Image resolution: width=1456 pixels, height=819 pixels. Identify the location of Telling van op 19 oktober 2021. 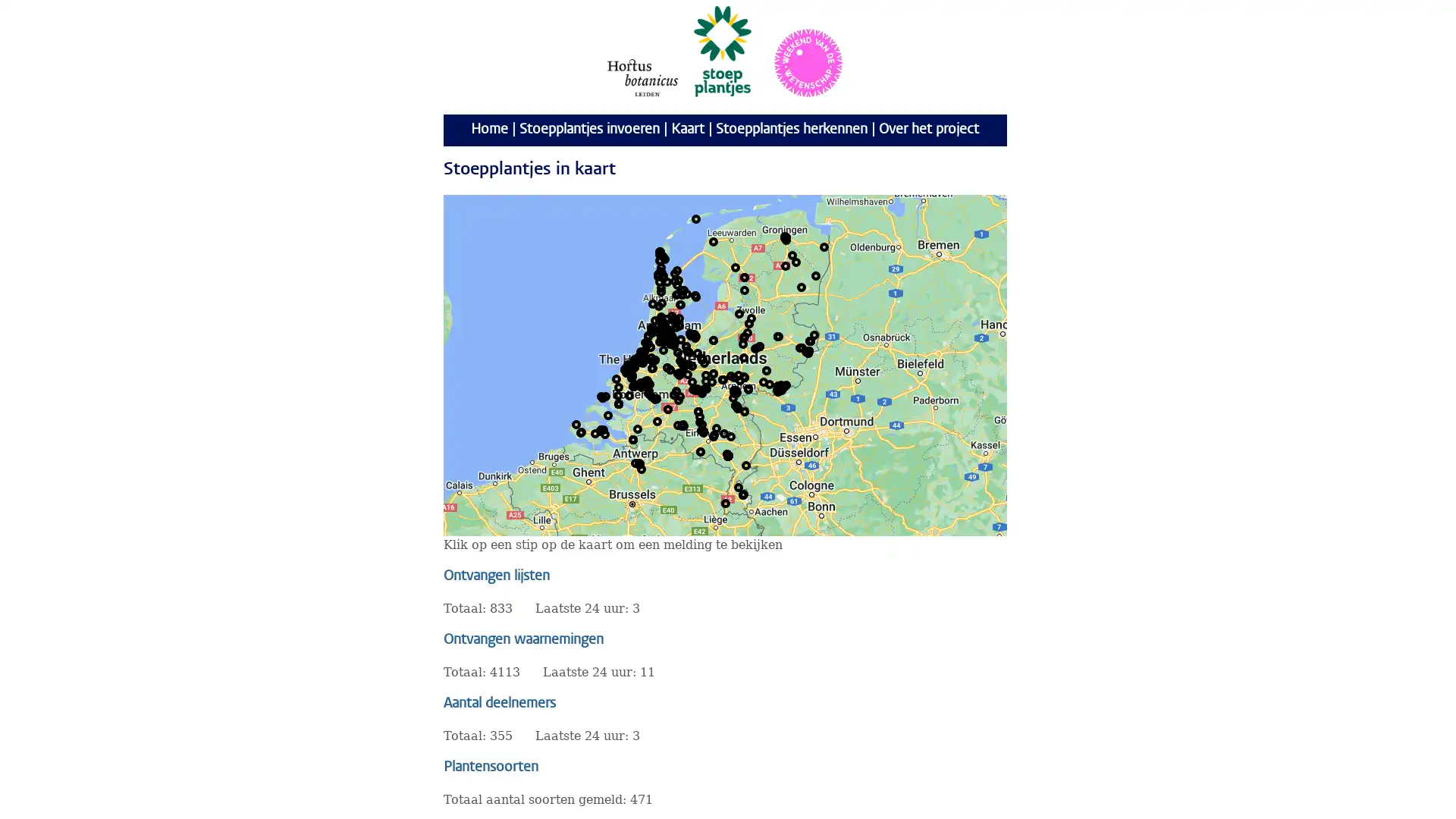
(662, 332).